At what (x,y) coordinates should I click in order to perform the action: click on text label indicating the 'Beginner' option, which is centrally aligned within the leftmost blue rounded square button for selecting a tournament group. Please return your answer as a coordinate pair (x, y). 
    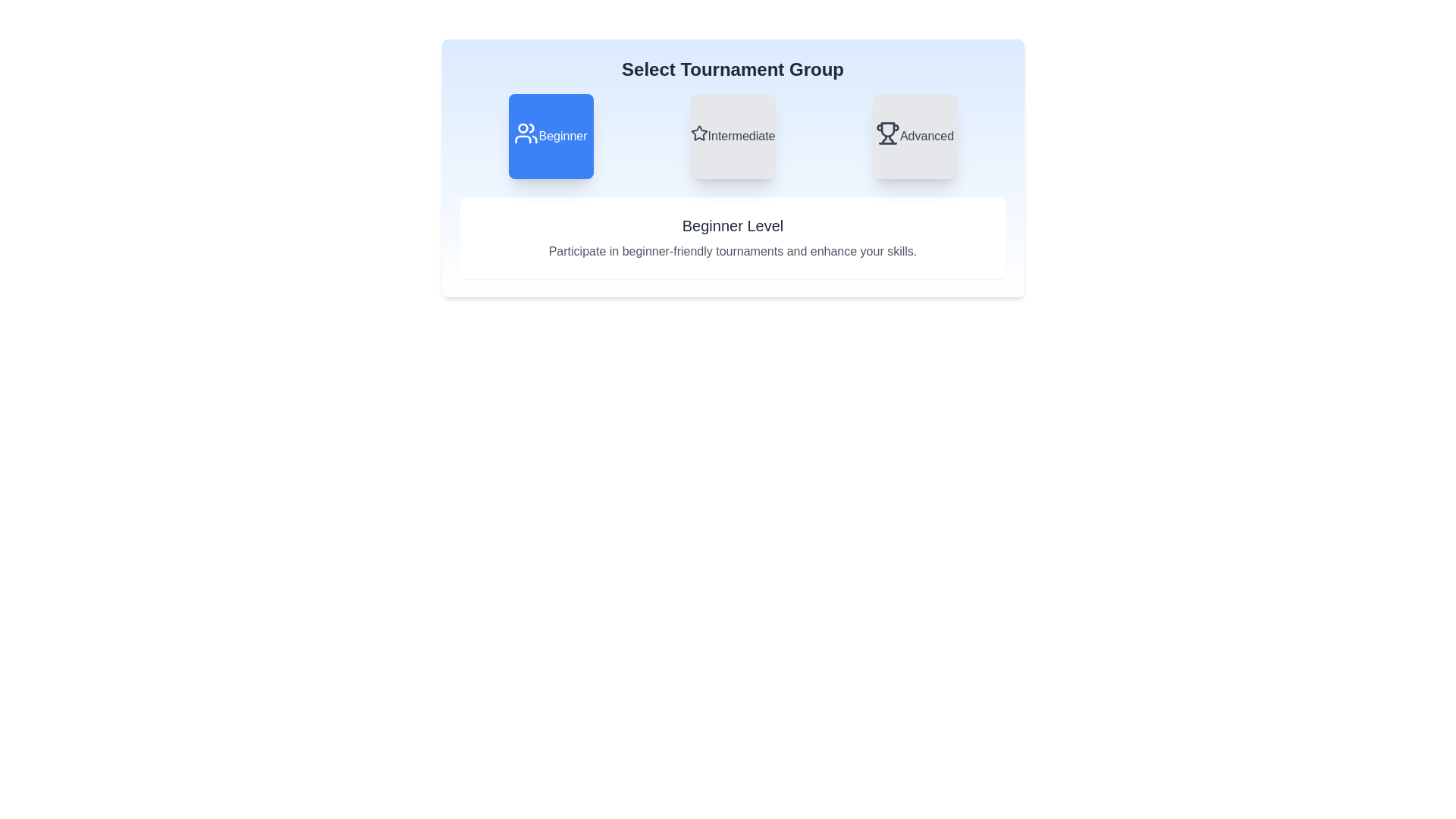
    Looking at the image, I should click on (562, 136).